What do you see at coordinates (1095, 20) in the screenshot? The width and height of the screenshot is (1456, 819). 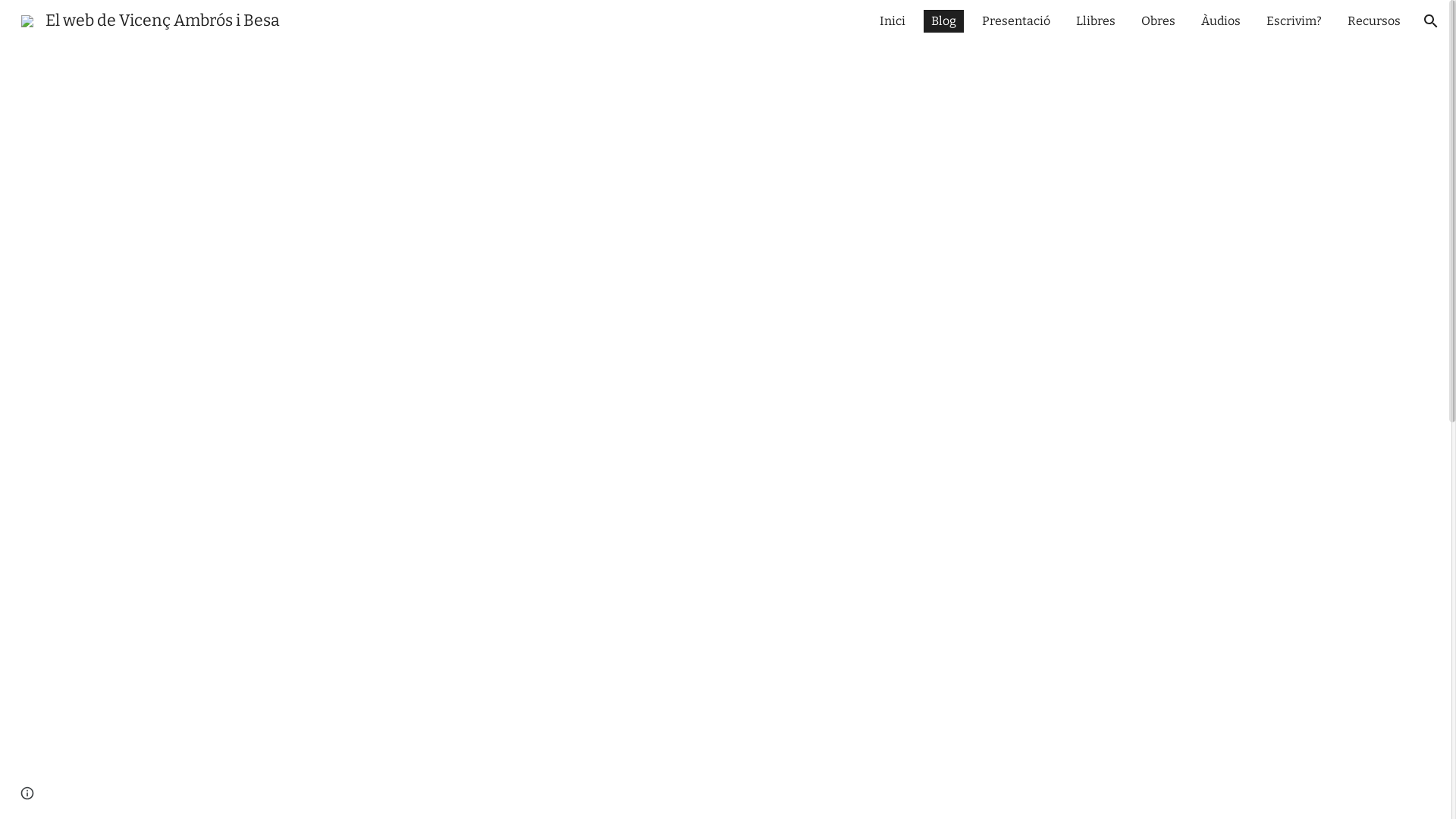 I see `'Llibres'` at bounding box center [1095, 20].